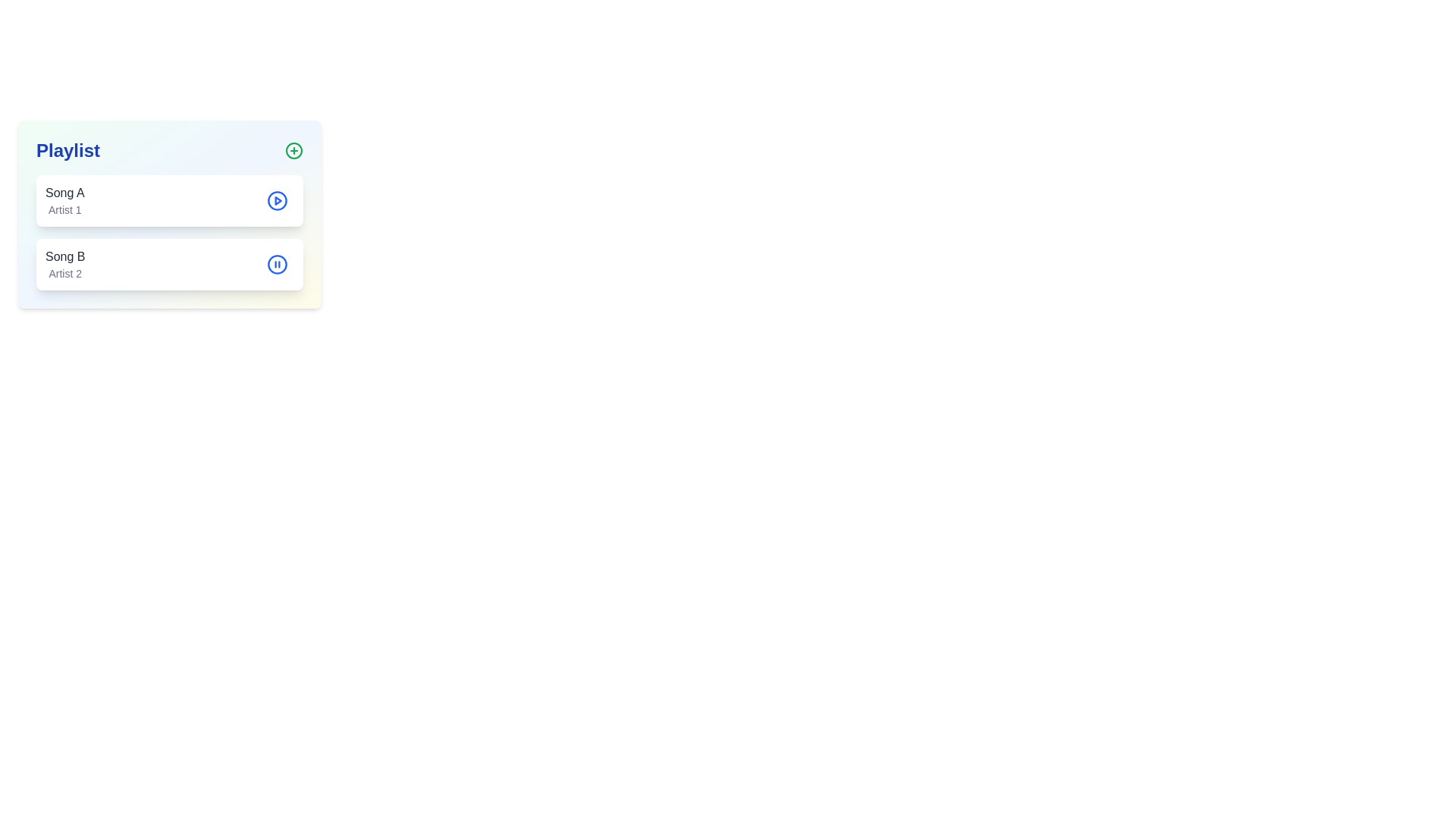  What do you see at coordinates (277, 200) in the screenshot?
I see `the play button for 'Song A'` at bounding box center [277, 200].